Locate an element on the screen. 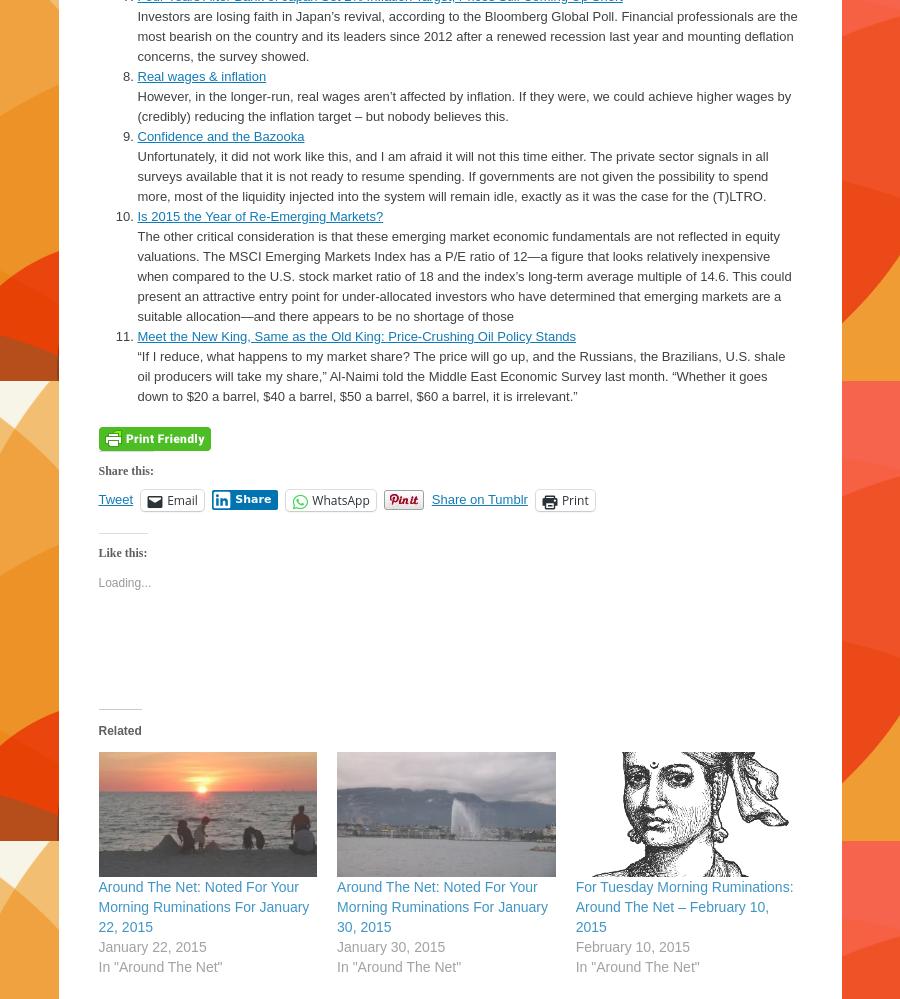 This screenshot has height=999, width=900. 'Related' is located at coordinates (119, 675).